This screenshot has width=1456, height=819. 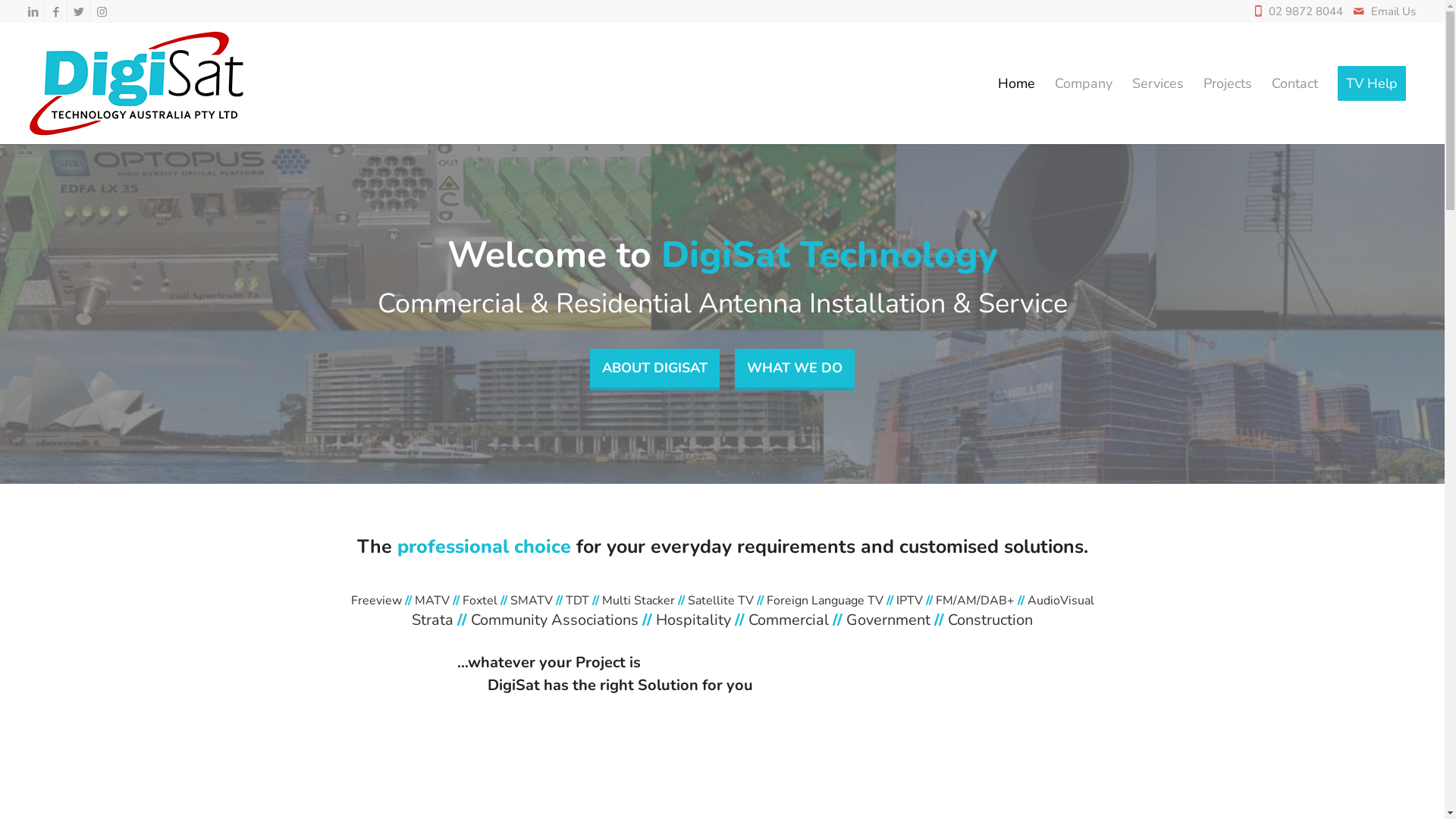 I want to click on 'Digisat-Logo', so click(x=138, y=83).